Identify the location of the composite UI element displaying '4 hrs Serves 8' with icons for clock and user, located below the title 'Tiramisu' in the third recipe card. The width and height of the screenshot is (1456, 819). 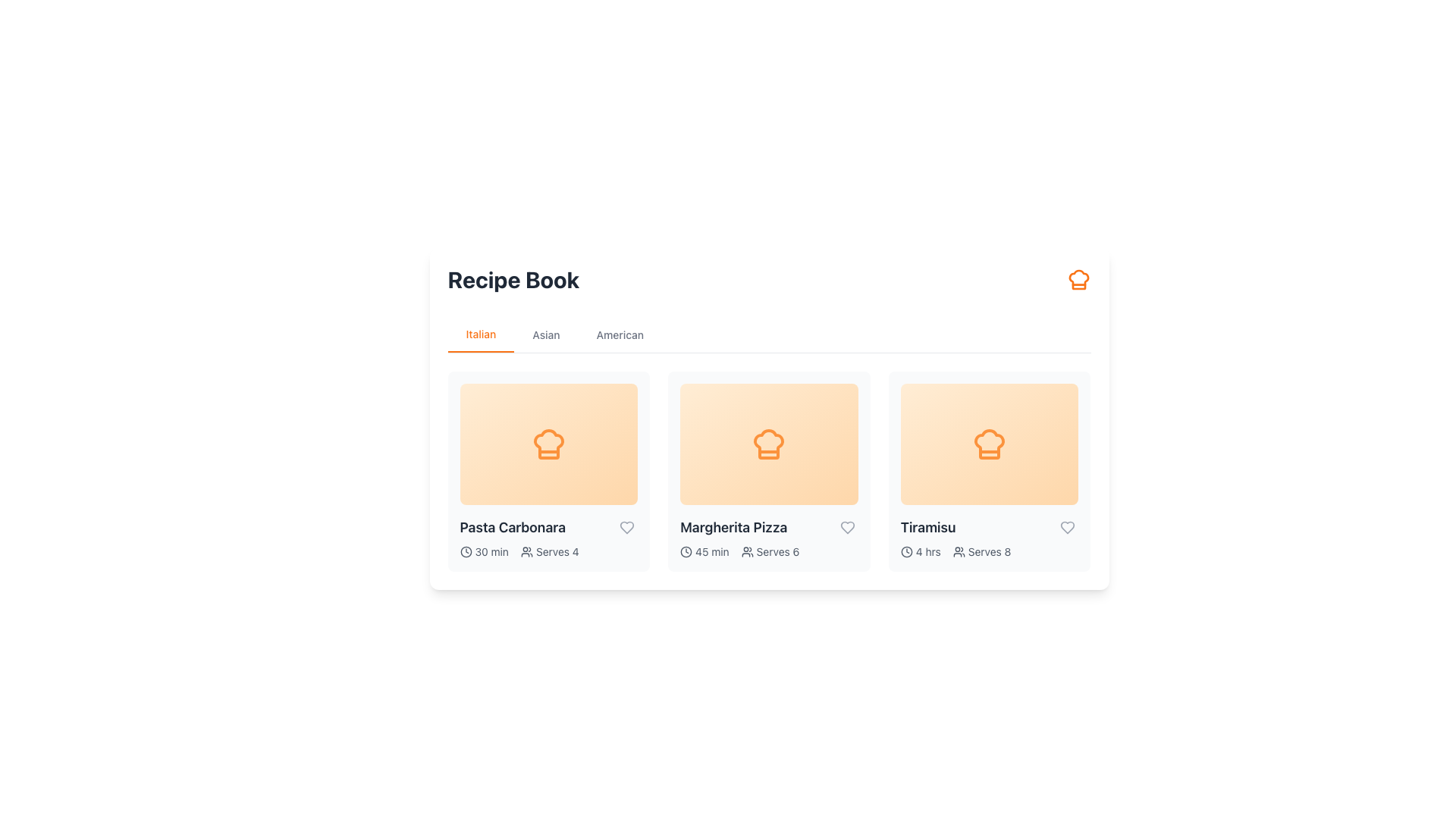
(990, 552).